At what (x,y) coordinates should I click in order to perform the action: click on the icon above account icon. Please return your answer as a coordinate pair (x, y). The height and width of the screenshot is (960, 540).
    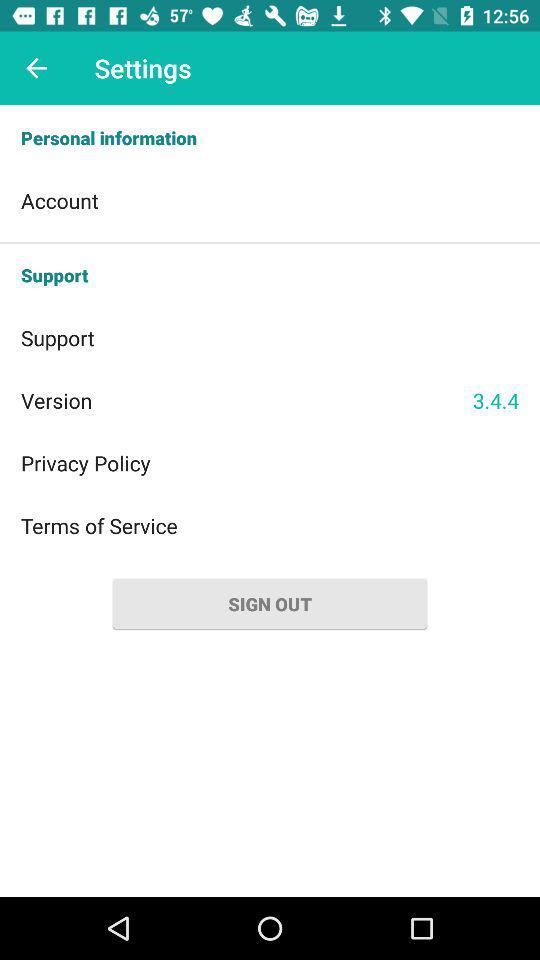
    Looking at the image, I should click on (270, 137).